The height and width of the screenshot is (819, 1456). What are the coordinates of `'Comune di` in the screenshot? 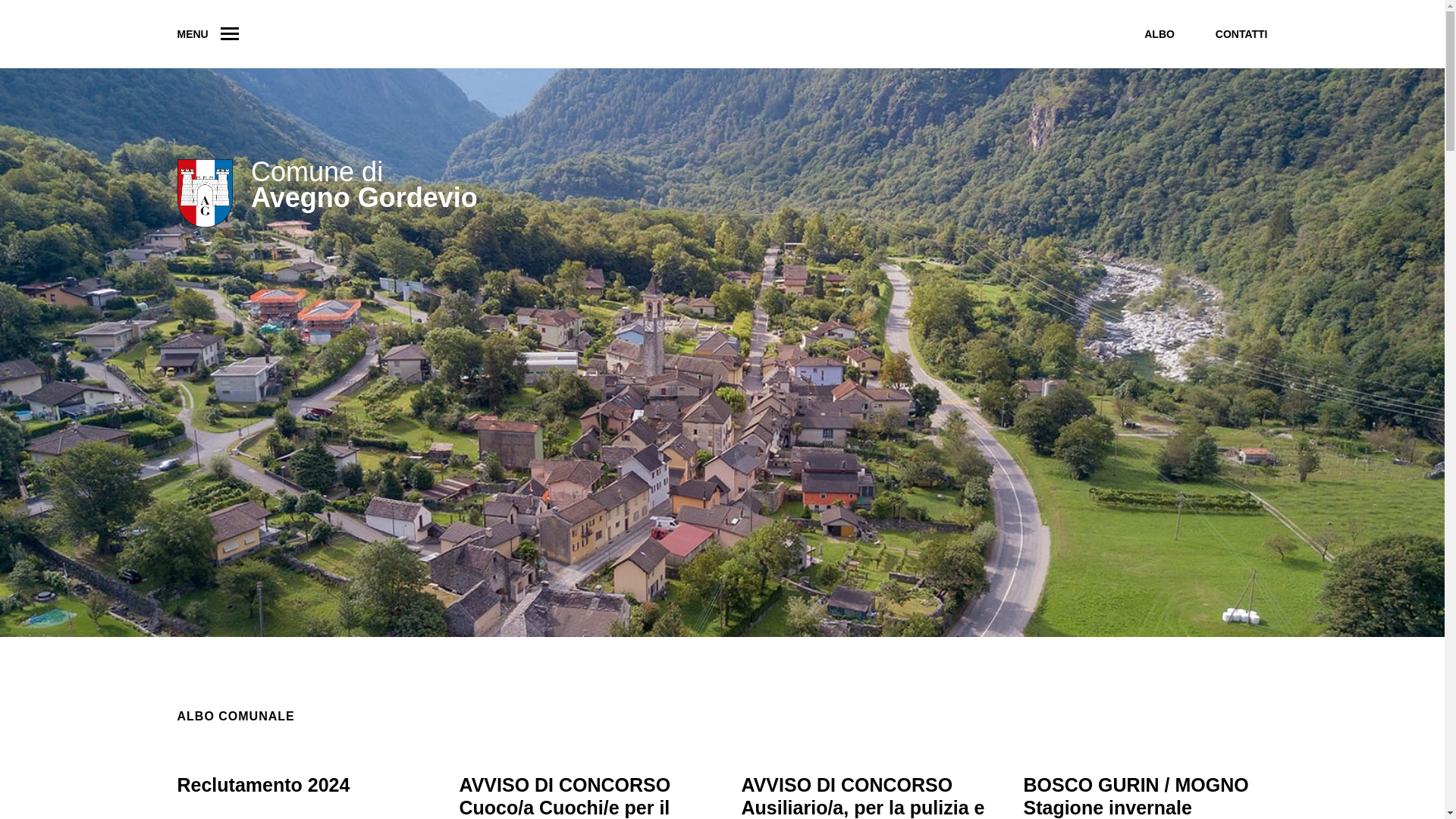 It's located at (327, 202).